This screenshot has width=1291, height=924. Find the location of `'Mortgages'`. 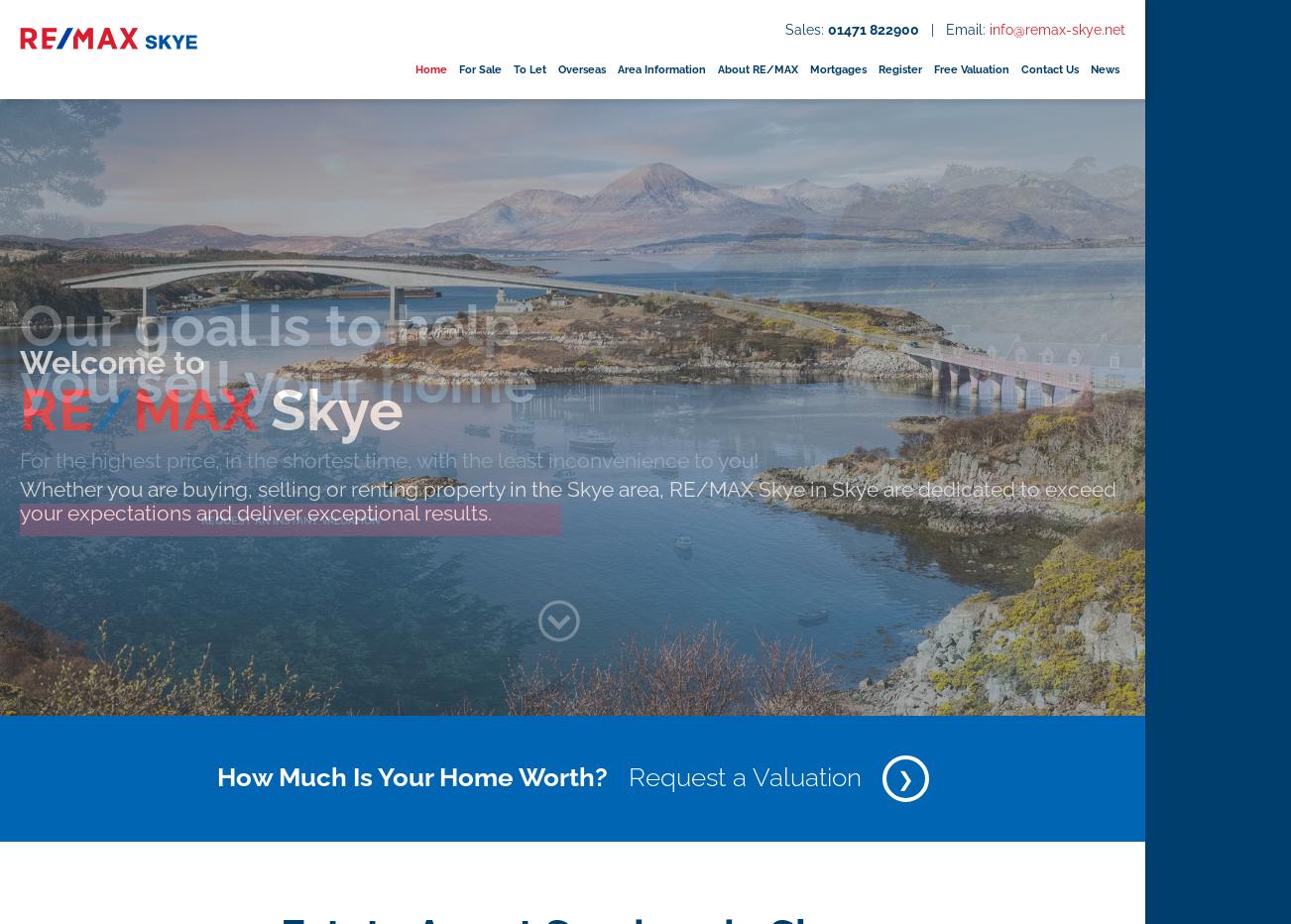

'Mortgages' is located at coordinates (836, 68).